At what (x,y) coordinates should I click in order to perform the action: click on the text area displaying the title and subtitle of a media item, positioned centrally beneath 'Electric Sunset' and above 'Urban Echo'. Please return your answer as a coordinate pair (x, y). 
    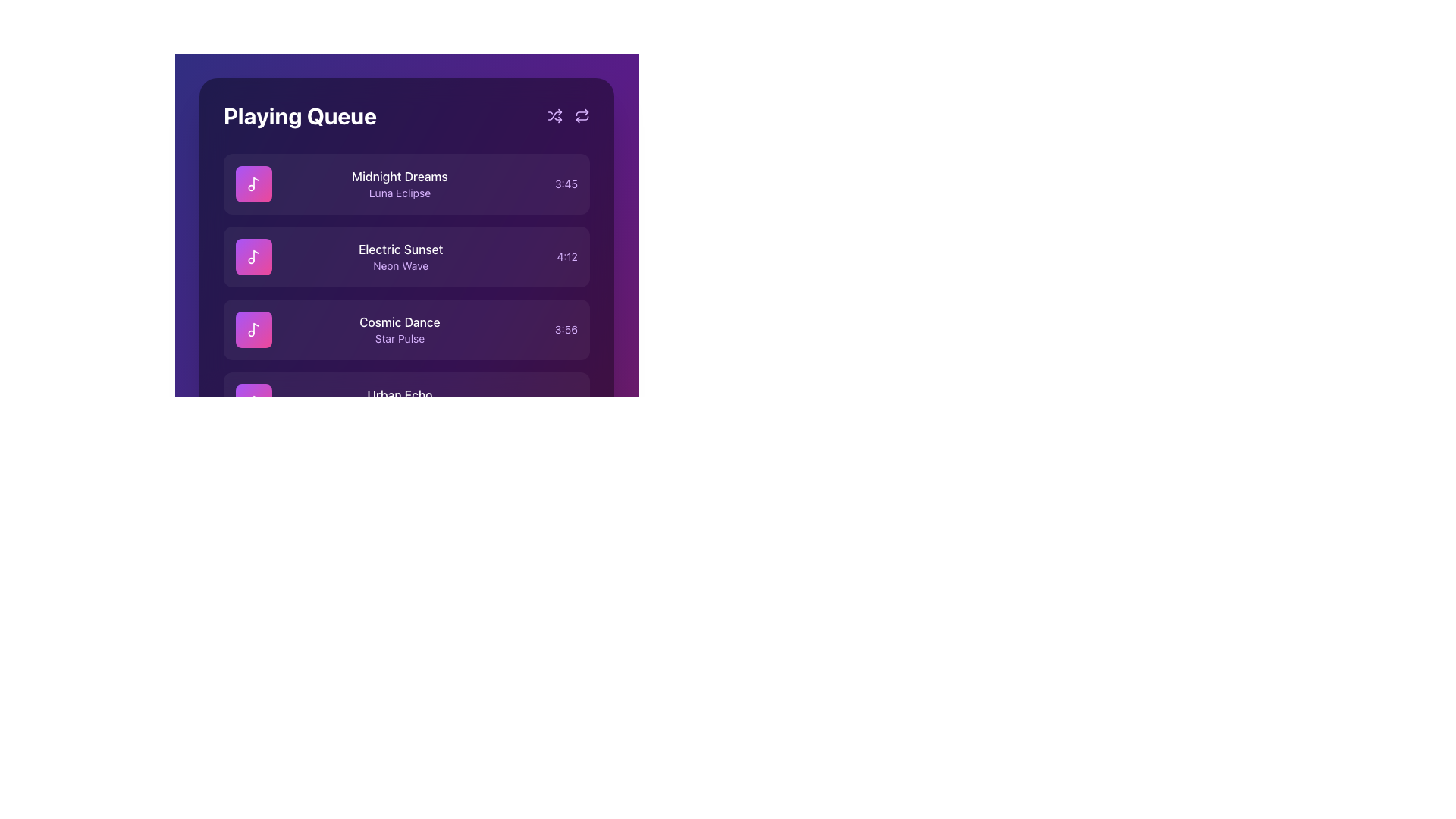
    Looking at the image, I should click on (400, 329).